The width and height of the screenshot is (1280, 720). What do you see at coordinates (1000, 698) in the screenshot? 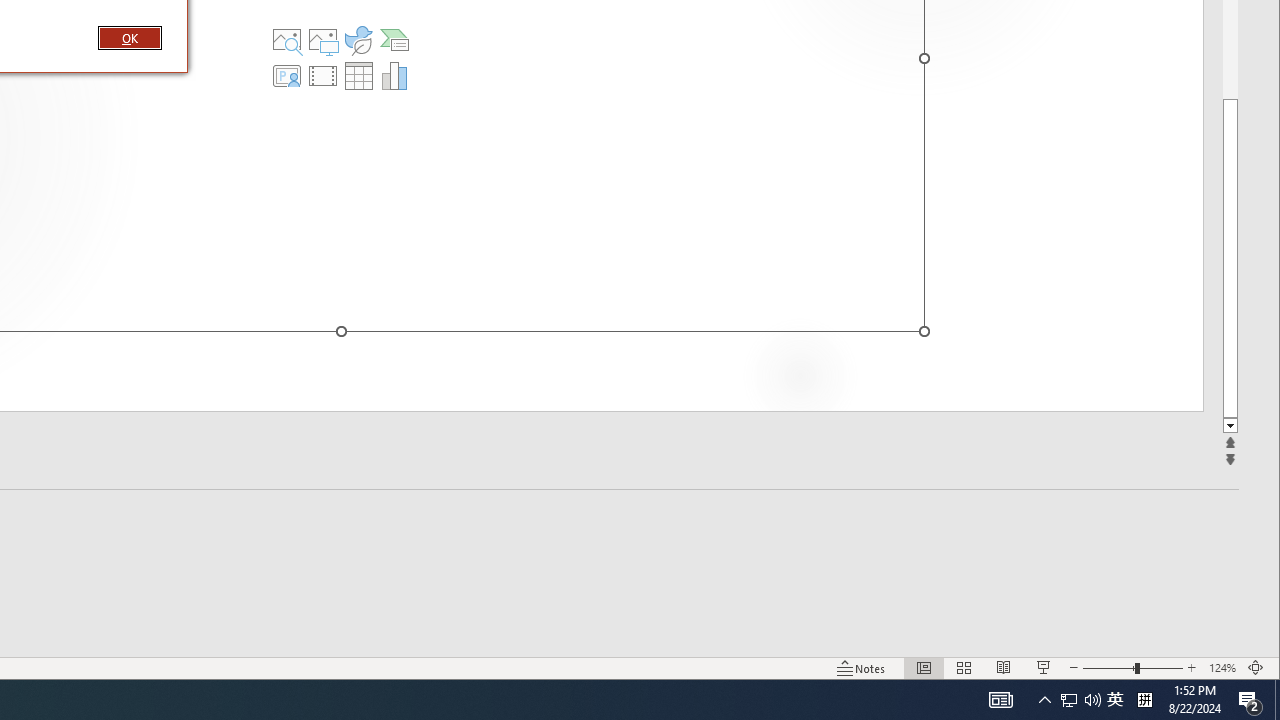
I see `'AutomationID: 4105'` at bounding box center [1000, 698].